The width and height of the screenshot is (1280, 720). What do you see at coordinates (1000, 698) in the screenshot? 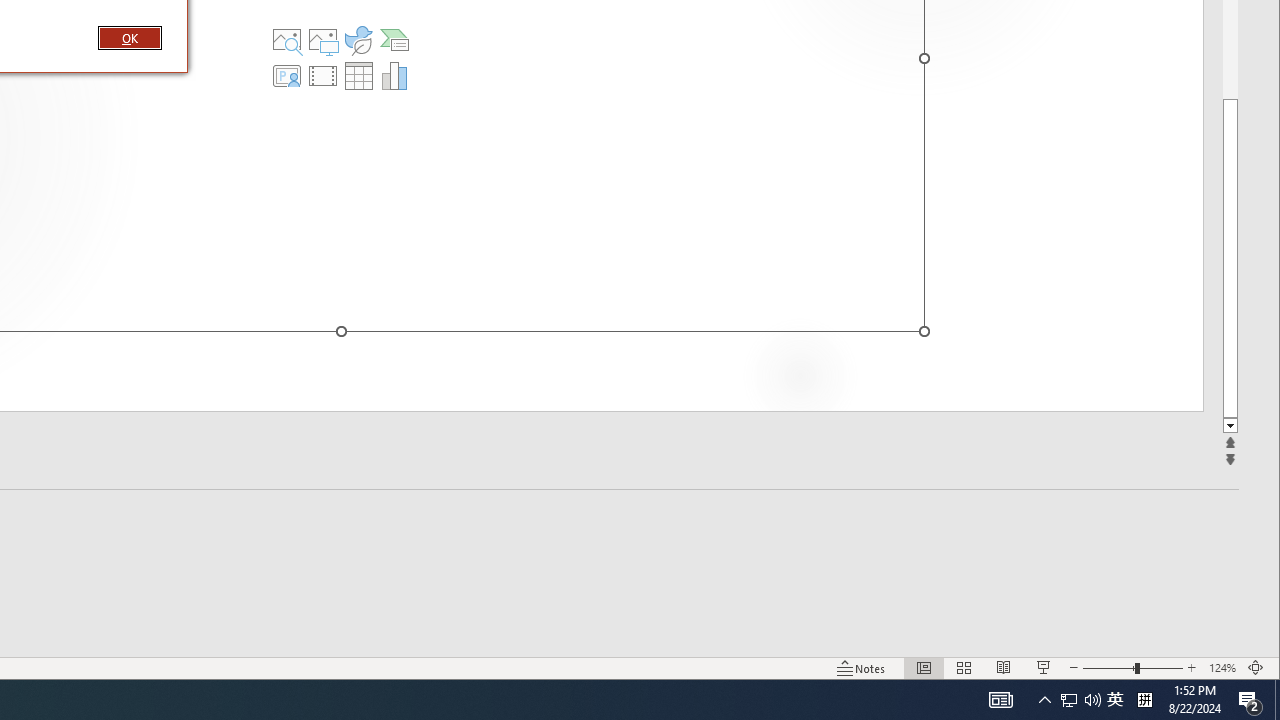
I see `'AutomationID: 4105'` at bounding box center [1000, 698].